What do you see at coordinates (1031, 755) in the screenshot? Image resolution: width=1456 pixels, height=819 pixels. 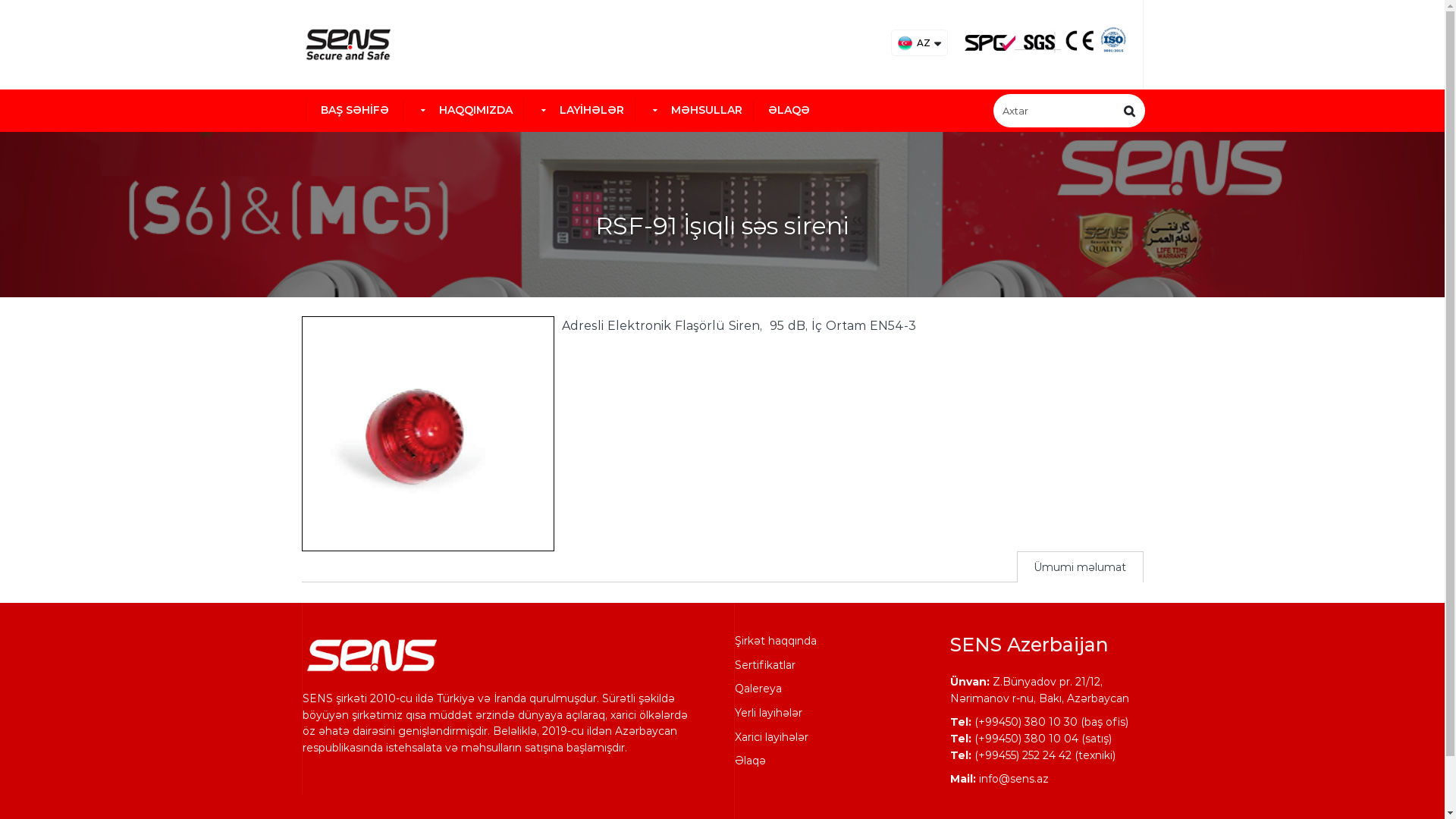 I see `'Tel: (+99455) 252 24 42 (texniki)'` at bounding box center [1031, 755].